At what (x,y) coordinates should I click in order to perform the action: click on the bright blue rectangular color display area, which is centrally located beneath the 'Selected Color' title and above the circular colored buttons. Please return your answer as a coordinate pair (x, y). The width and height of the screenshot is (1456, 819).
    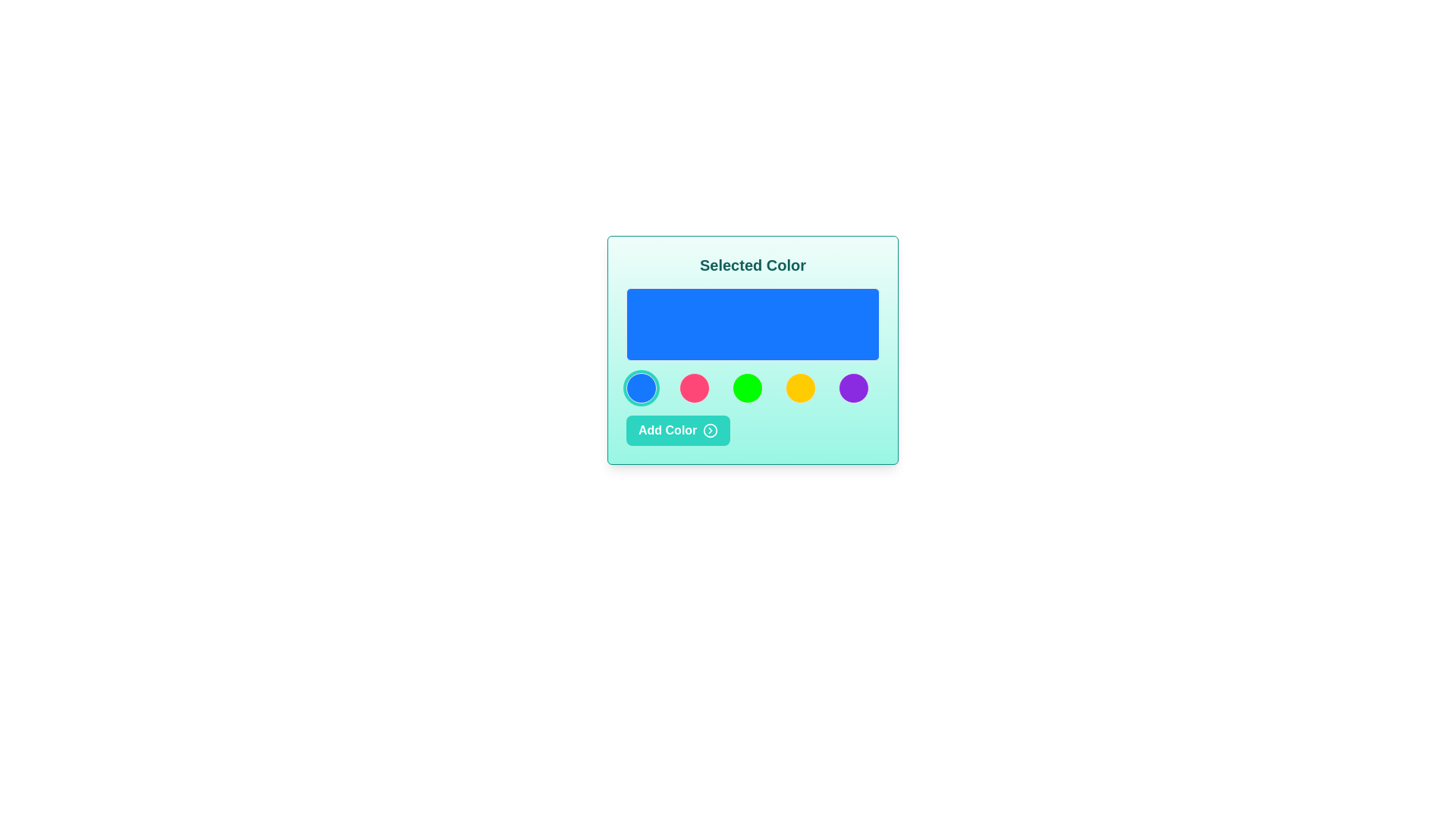
    Looking at the image, I should click on (753, 324).